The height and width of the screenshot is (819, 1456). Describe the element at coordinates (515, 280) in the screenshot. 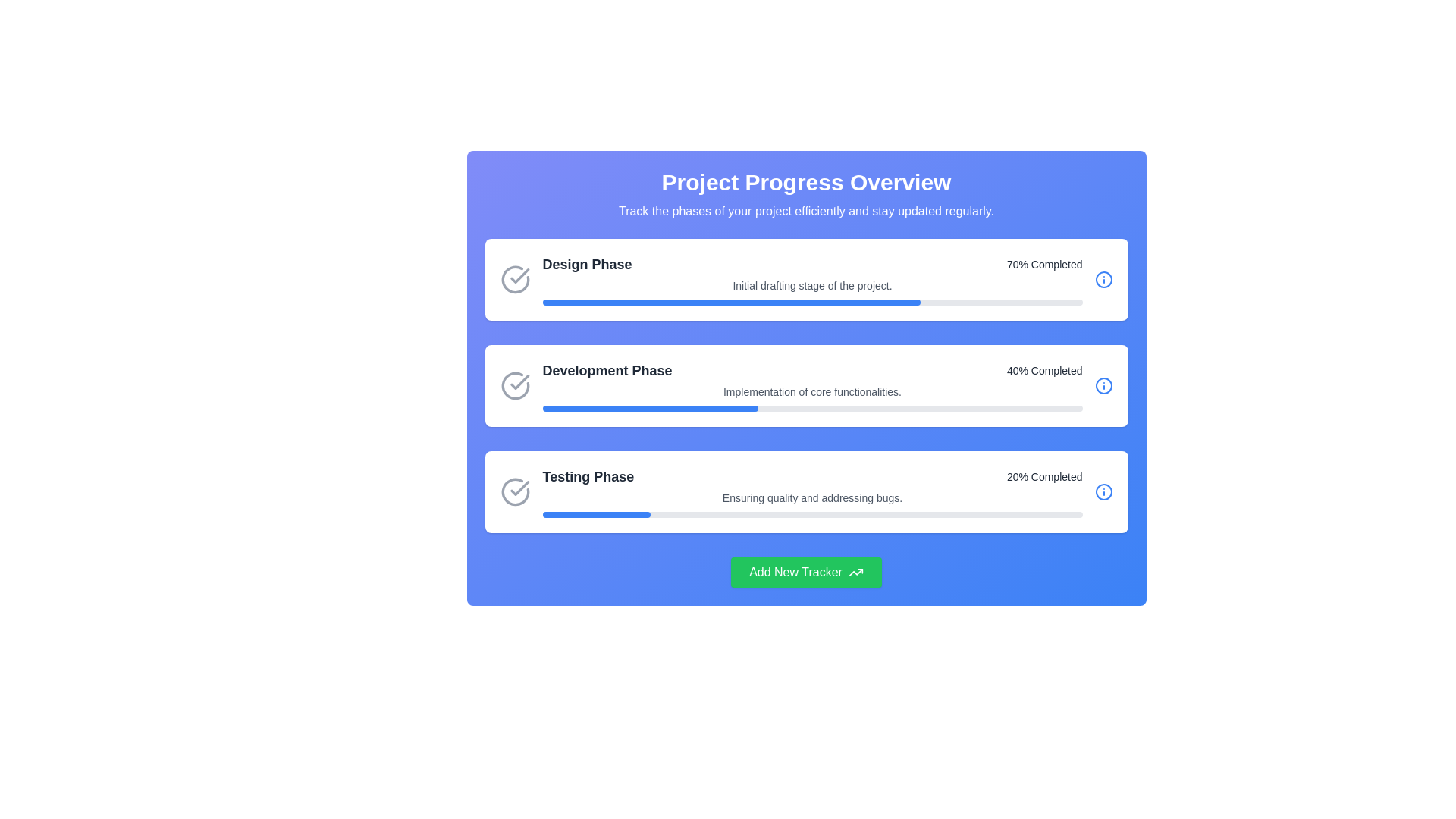

I see `the ticked circle icon segment that visually represents a completed phase indicator in the 'Design Phase' section` at that location.